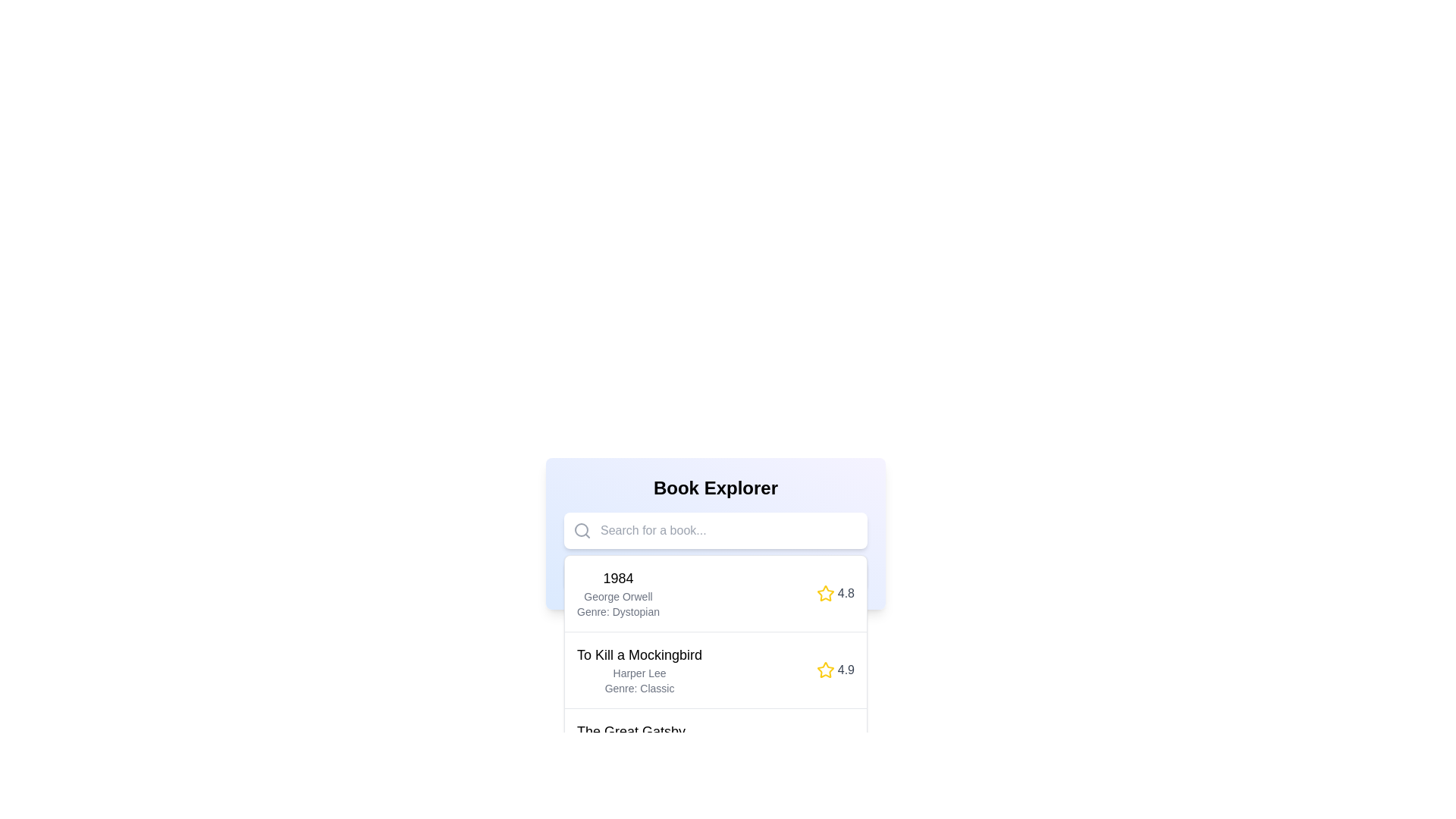  Describe the element at coordinates (618, 579) in the screenshot. I see `the bold text label displaying the title '1984' located in the upper left part of the first book entry under the 'Book Explorer' header` at that location.